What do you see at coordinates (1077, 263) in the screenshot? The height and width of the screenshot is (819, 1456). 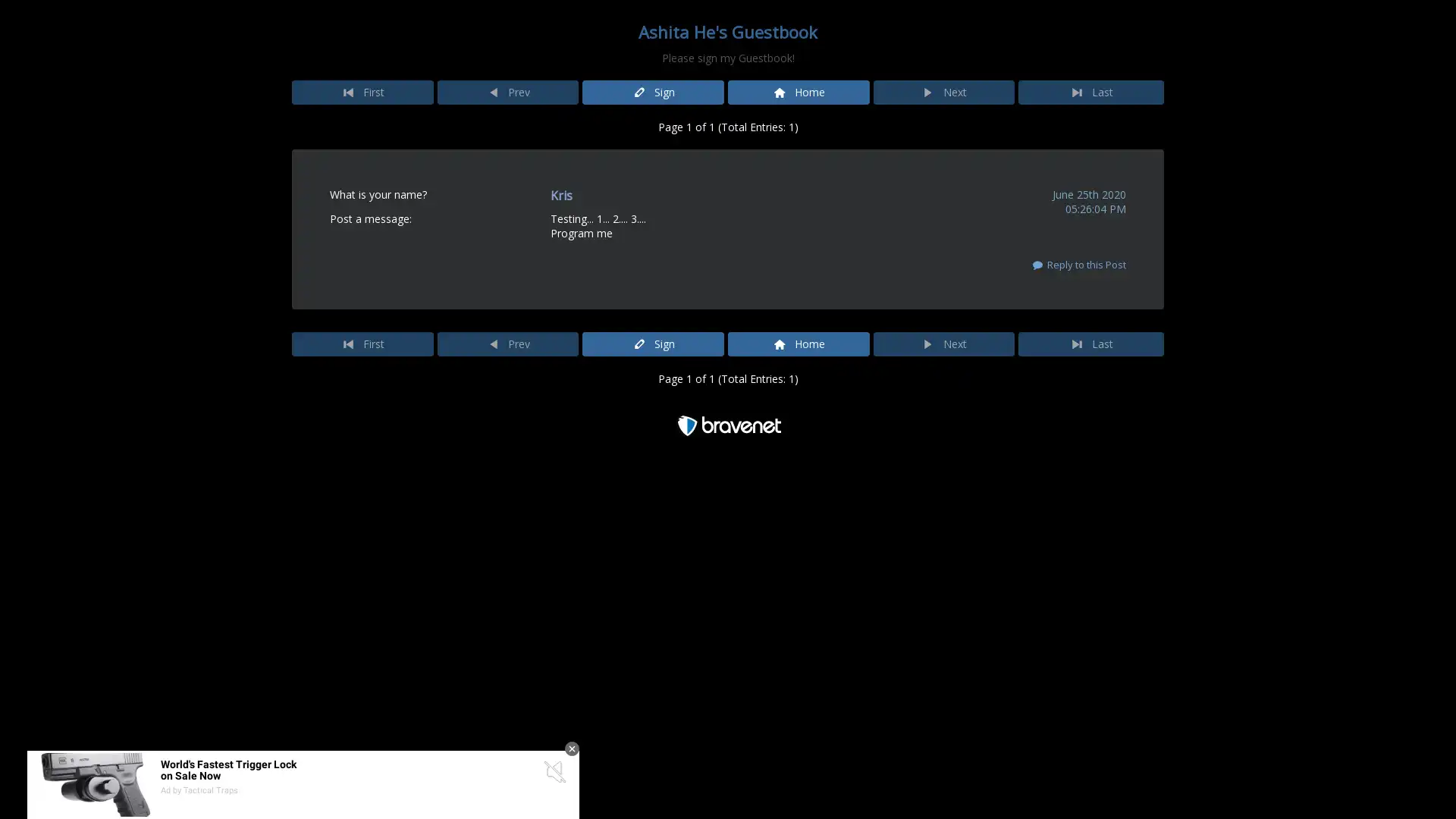 I see `Reply to this Post` at bounding box center [1077, 263].